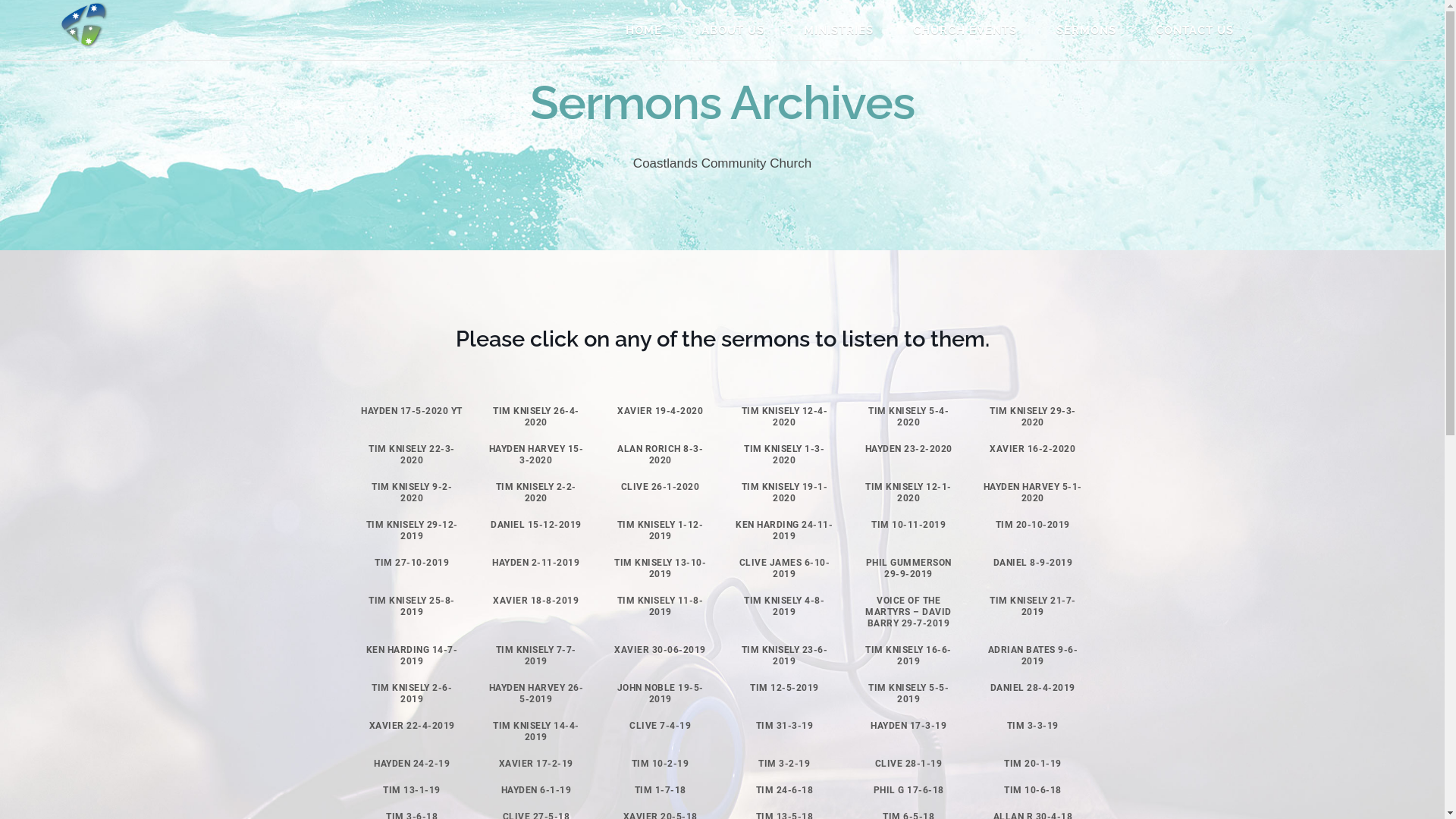 Image resolution: width=1456 pixels, height=819 pixels. What do you see at coordinates (535, 763) in the screenshot?
I see `'XAVIER 17-2-19'` at bounding box center [535, 763].